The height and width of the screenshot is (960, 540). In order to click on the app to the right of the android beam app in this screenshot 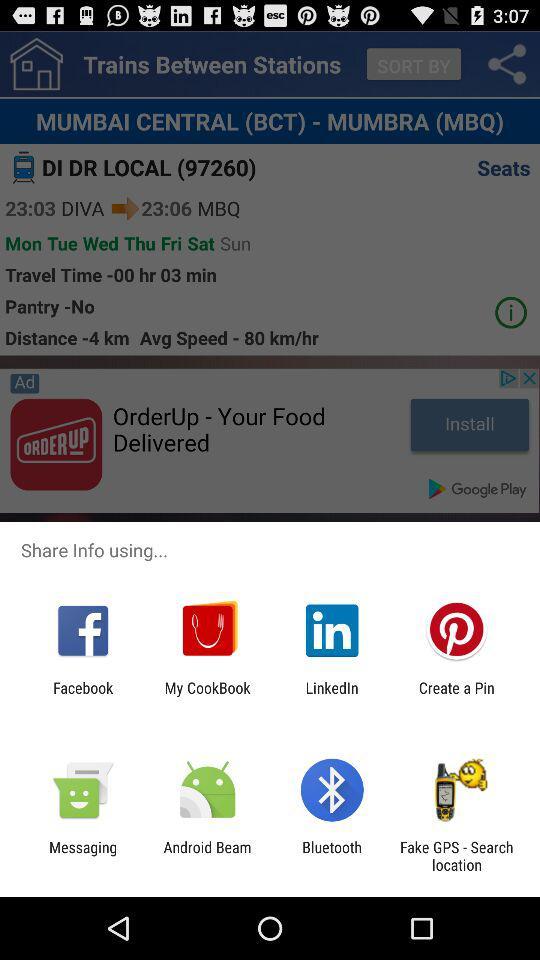, I will do `click(332, 855)`.